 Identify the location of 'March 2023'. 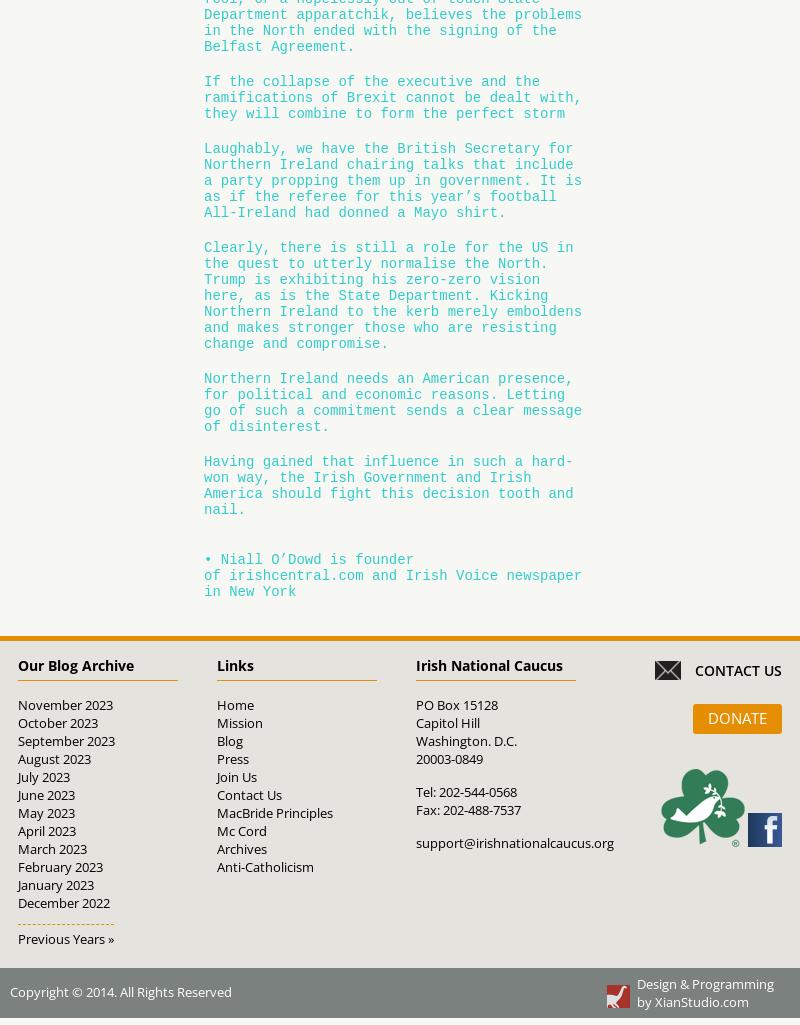
(17, 847).